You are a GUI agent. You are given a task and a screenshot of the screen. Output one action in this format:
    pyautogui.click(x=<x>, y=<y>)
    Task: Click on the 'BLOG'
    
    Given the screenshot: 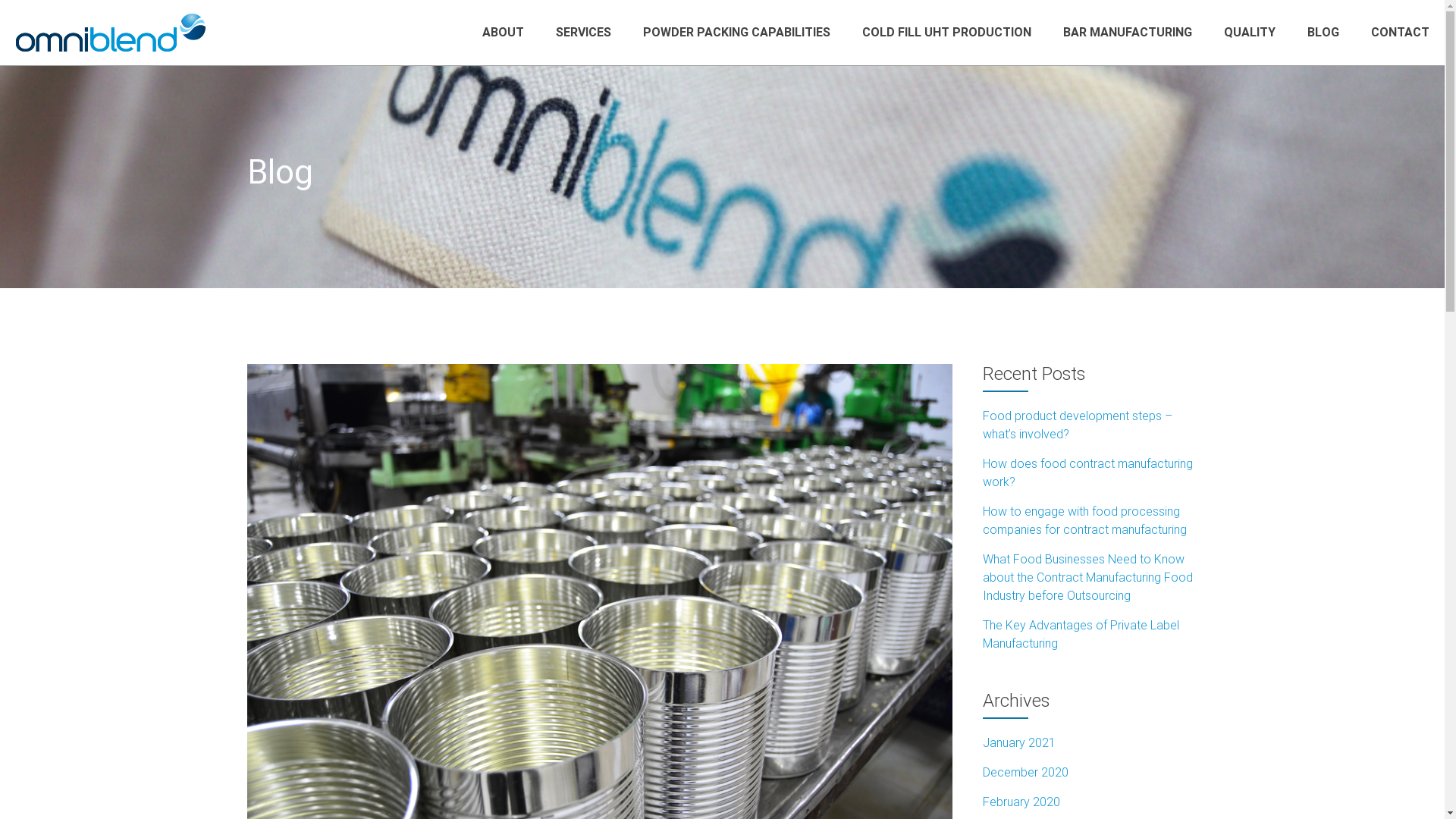 What is the action you would take?
    pyautogui.click(x=1323, y=32)
    